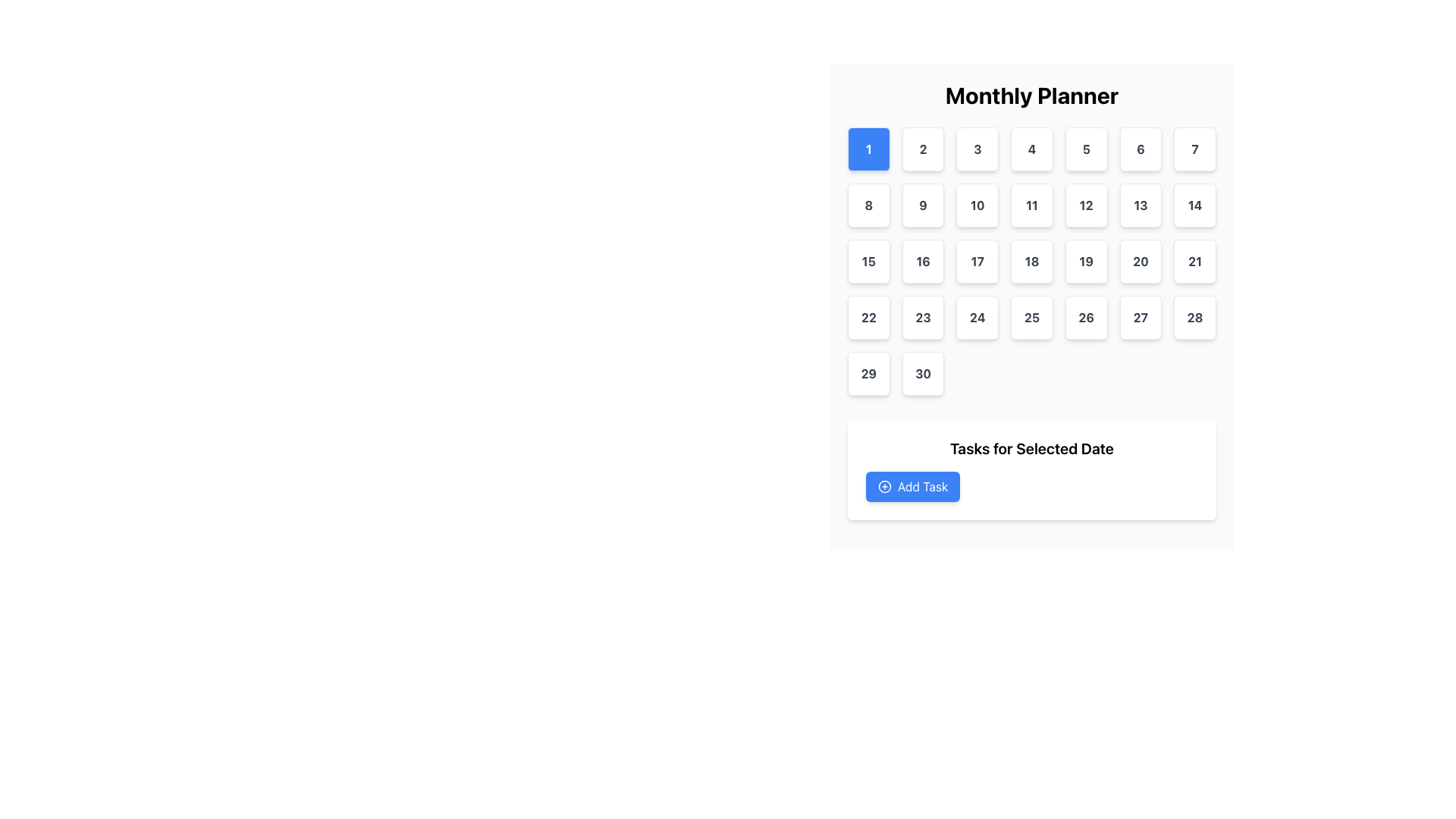 This screenshot has height=819, width=1456. I want to click on the button displaying the number '5' in bold text, so click(1085, 149).